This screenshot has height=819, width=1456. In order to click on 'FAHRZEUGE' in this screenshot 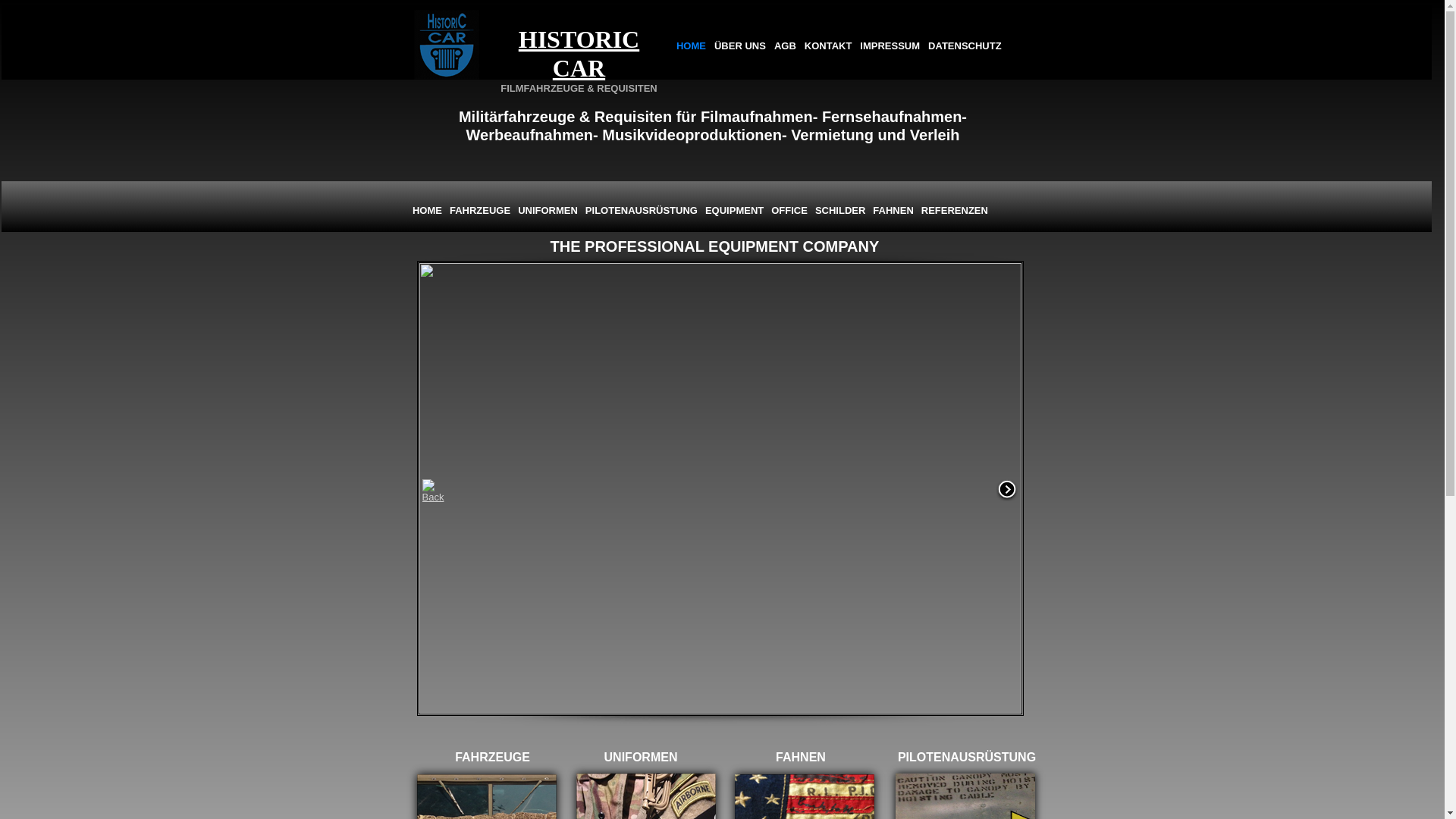, I will do `click(479, 210)`.